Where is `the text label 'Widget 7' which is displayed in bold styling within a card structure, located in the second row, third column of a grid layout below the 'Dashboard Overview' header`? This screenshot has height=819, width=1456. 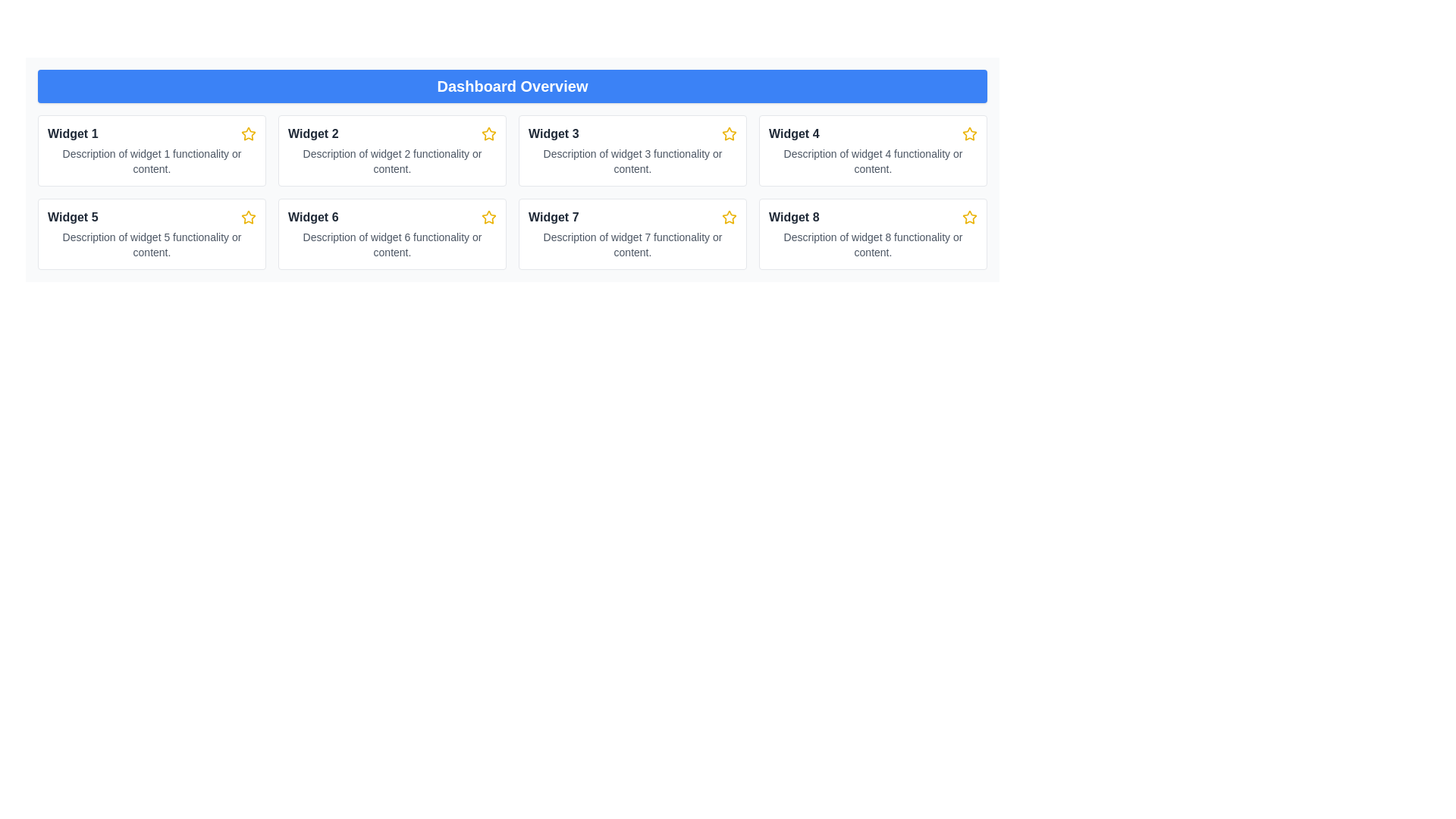
the text label 'Widget 7' which is displayed in bold styling within a card structure, located in the second row, third column of a grid layout below the 'Dashboard Overview' header is located at coordinates (553, 217).